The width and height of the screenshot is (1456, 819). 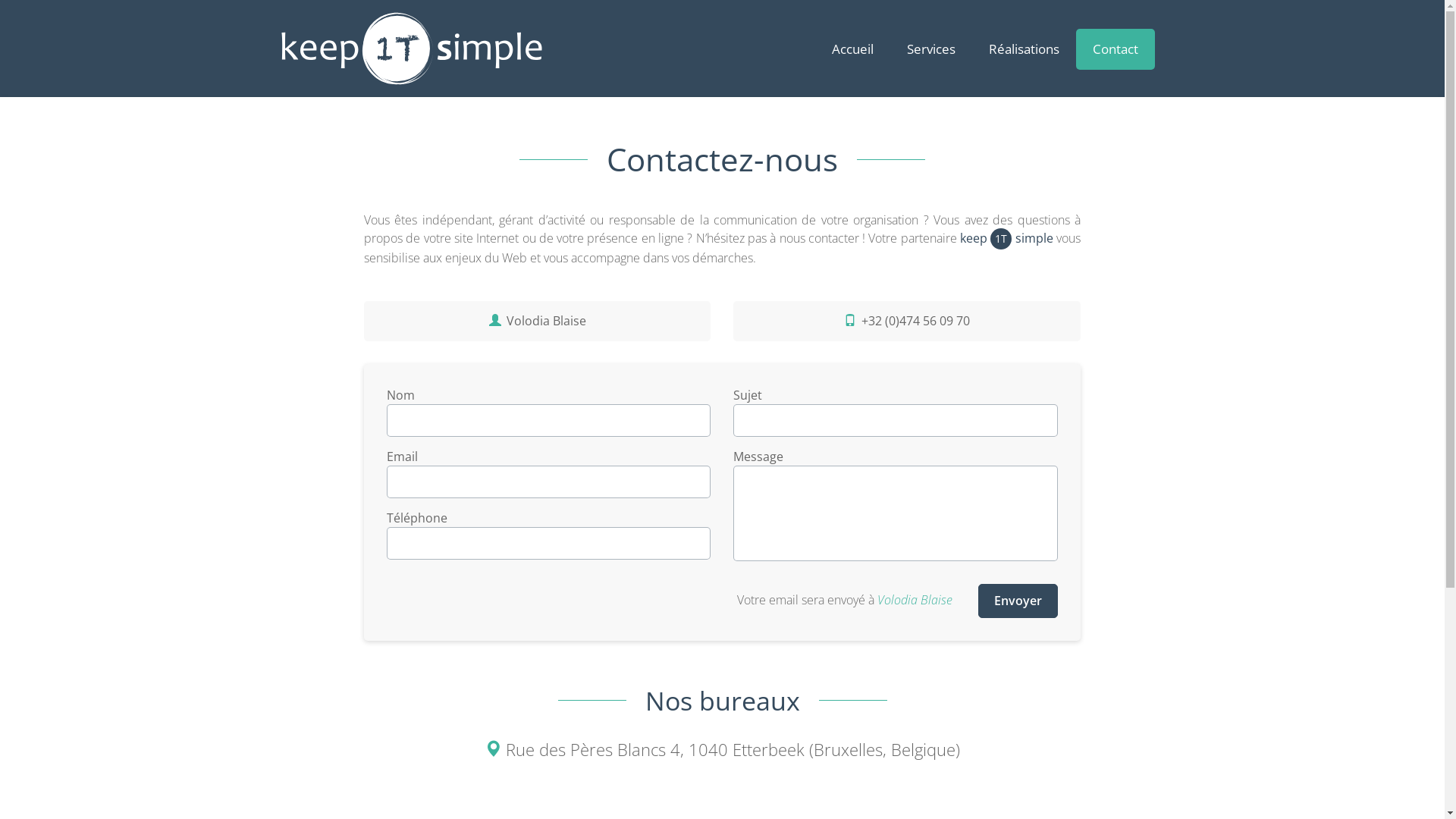 What do you see at coordinates (1114, 49) in the screenshot?
I see `'Contact'` at bounding box center [1114, 49].